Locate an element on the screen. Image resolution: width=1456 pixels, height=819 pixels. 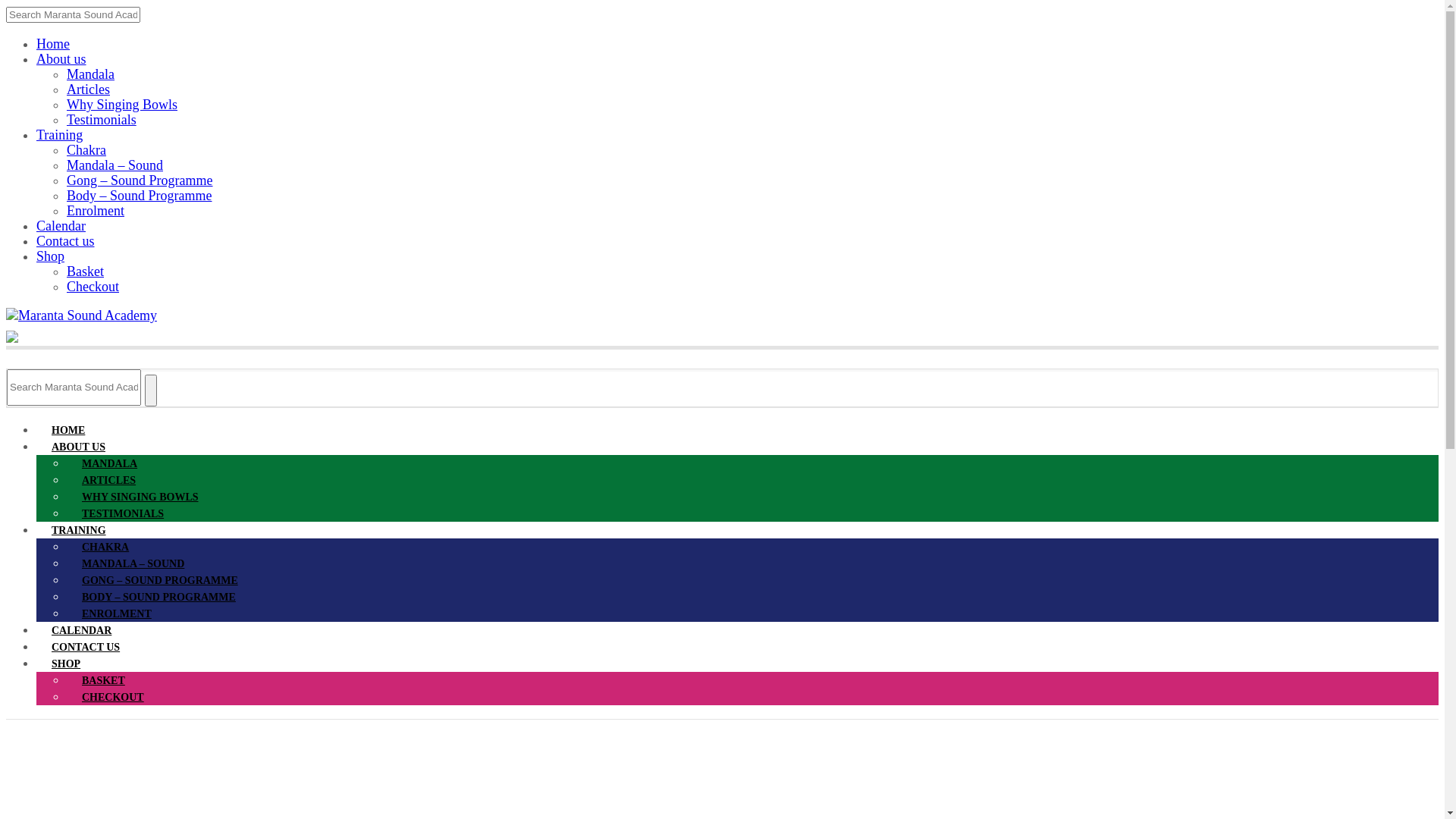
'Mandala' is located at coordinates (89, 74).